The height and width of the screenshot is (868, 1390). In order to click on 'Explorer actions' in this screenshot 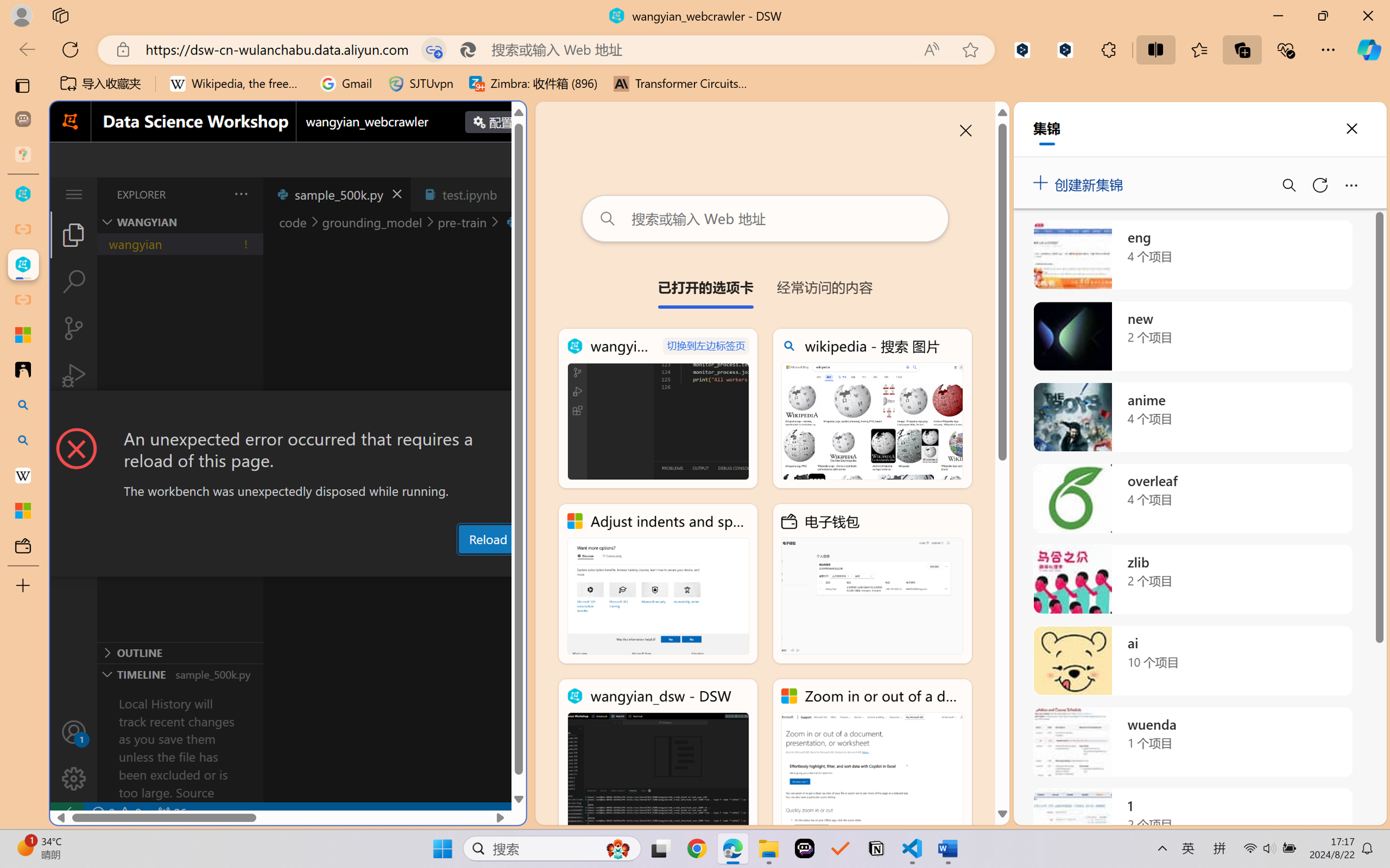, I will do `click(212, 193)`.